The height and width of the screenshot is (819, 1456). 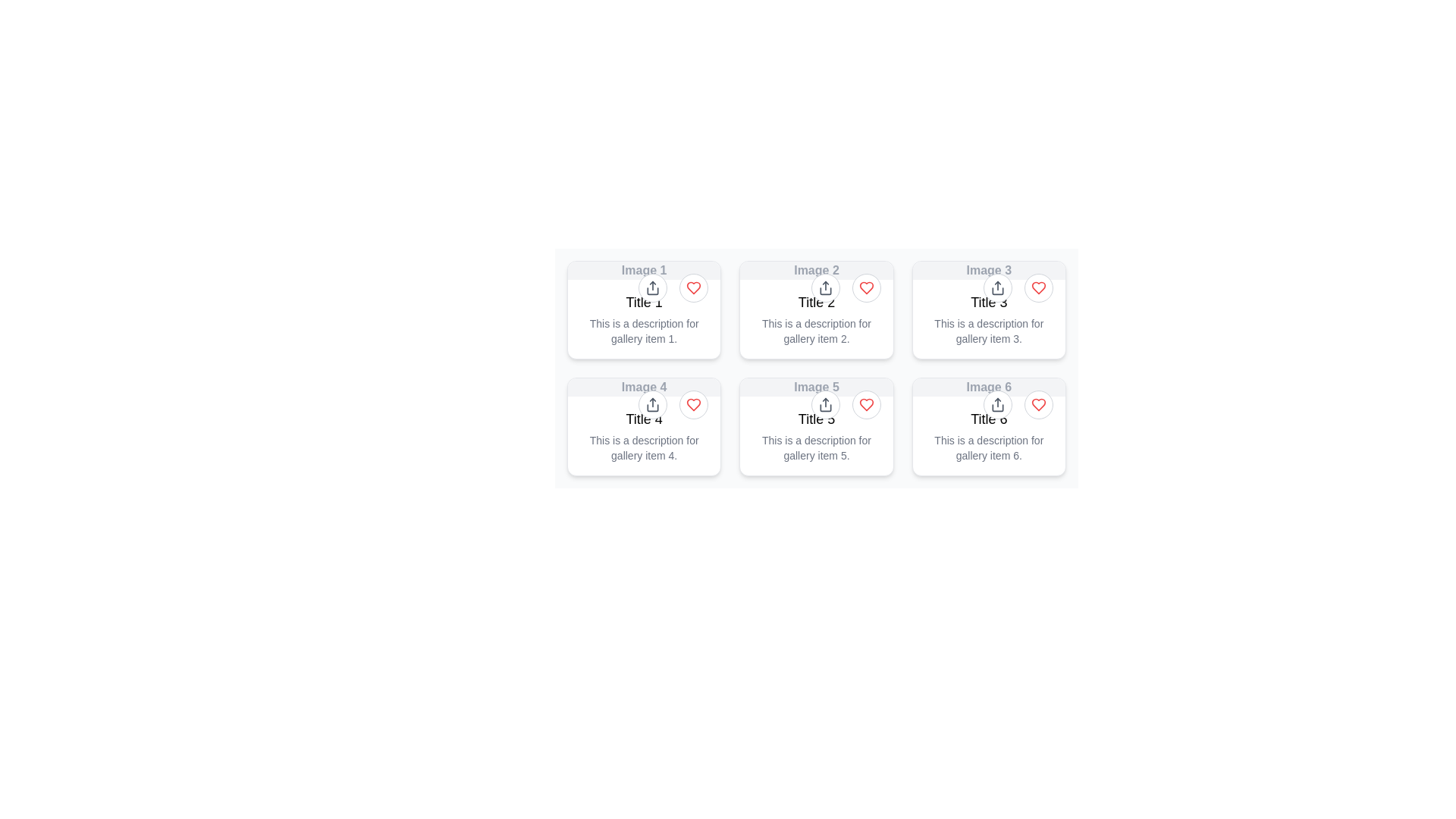 I want to click on the share button and heart button located in the top-right corner of the card labeled 'Title 6', so click(x=1018, y=403).